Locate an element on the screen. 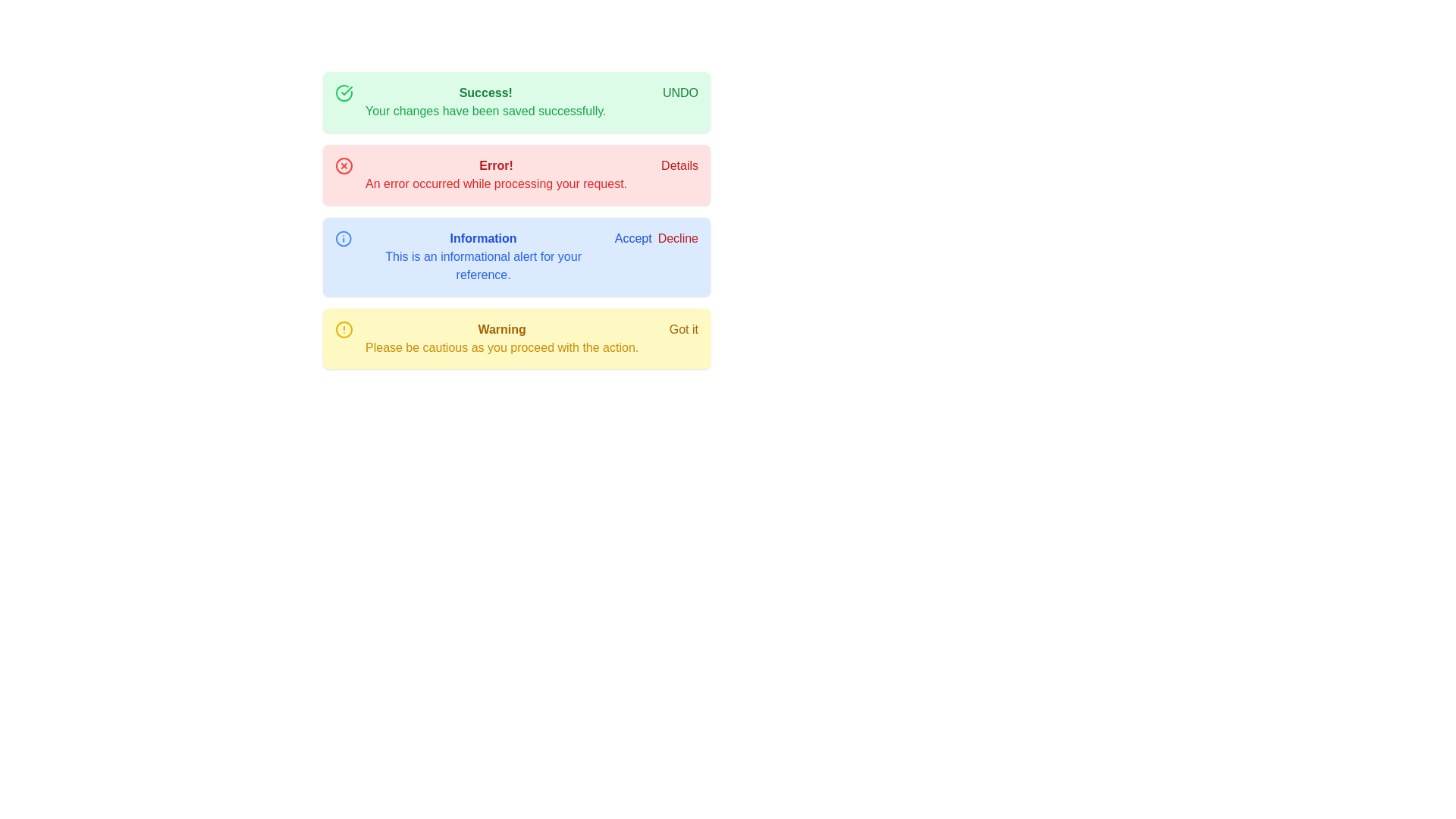 Image resolution: width=1456 pixels, height=819 pixels. text of the green-themed notification message that displays 'Success!' and 'Your changes have been saved successfully.' is located at coordinates (485, 102).